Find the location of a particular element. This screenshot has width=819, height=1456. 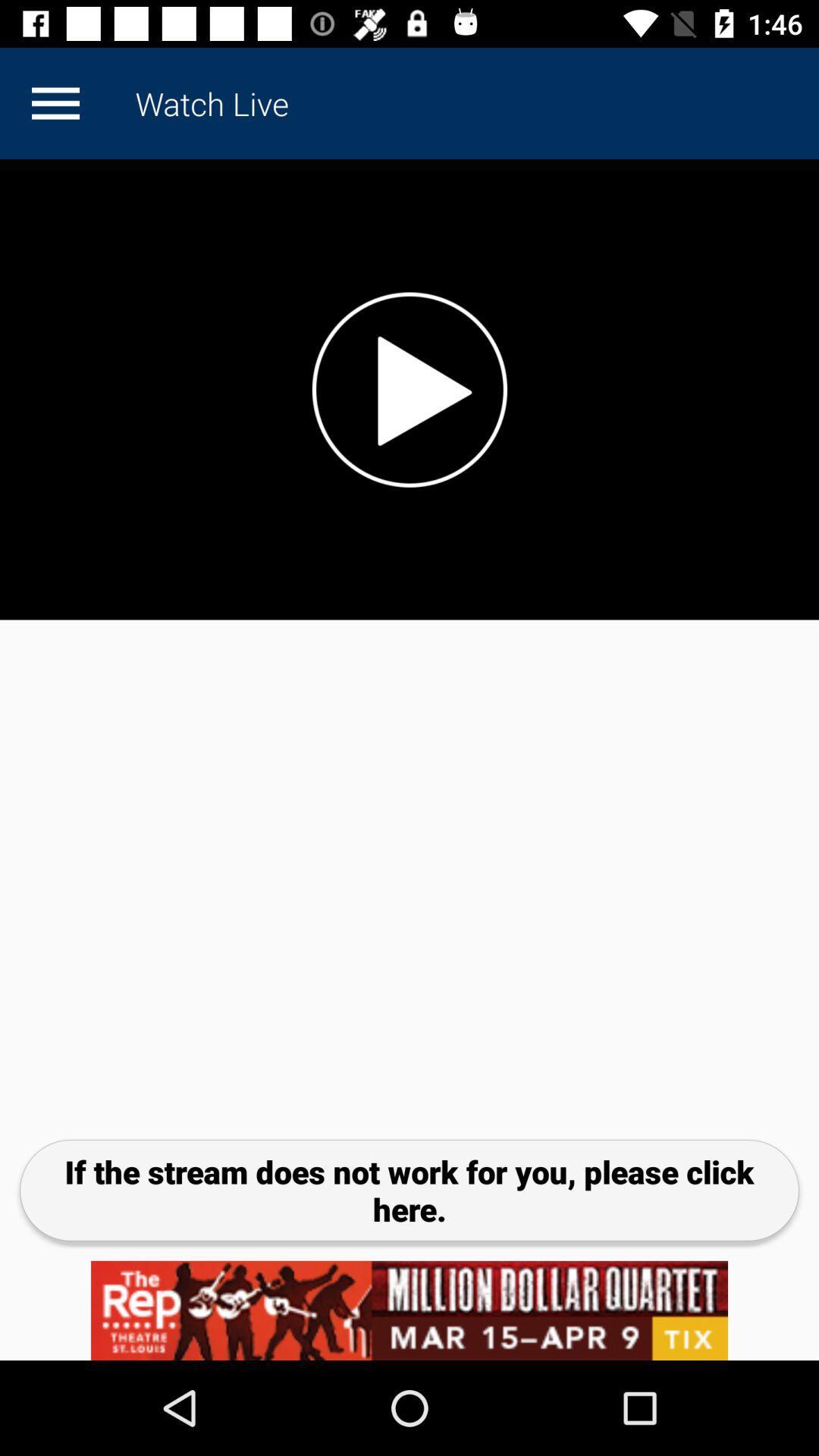

watch the video is located at coordinates (409, 389).